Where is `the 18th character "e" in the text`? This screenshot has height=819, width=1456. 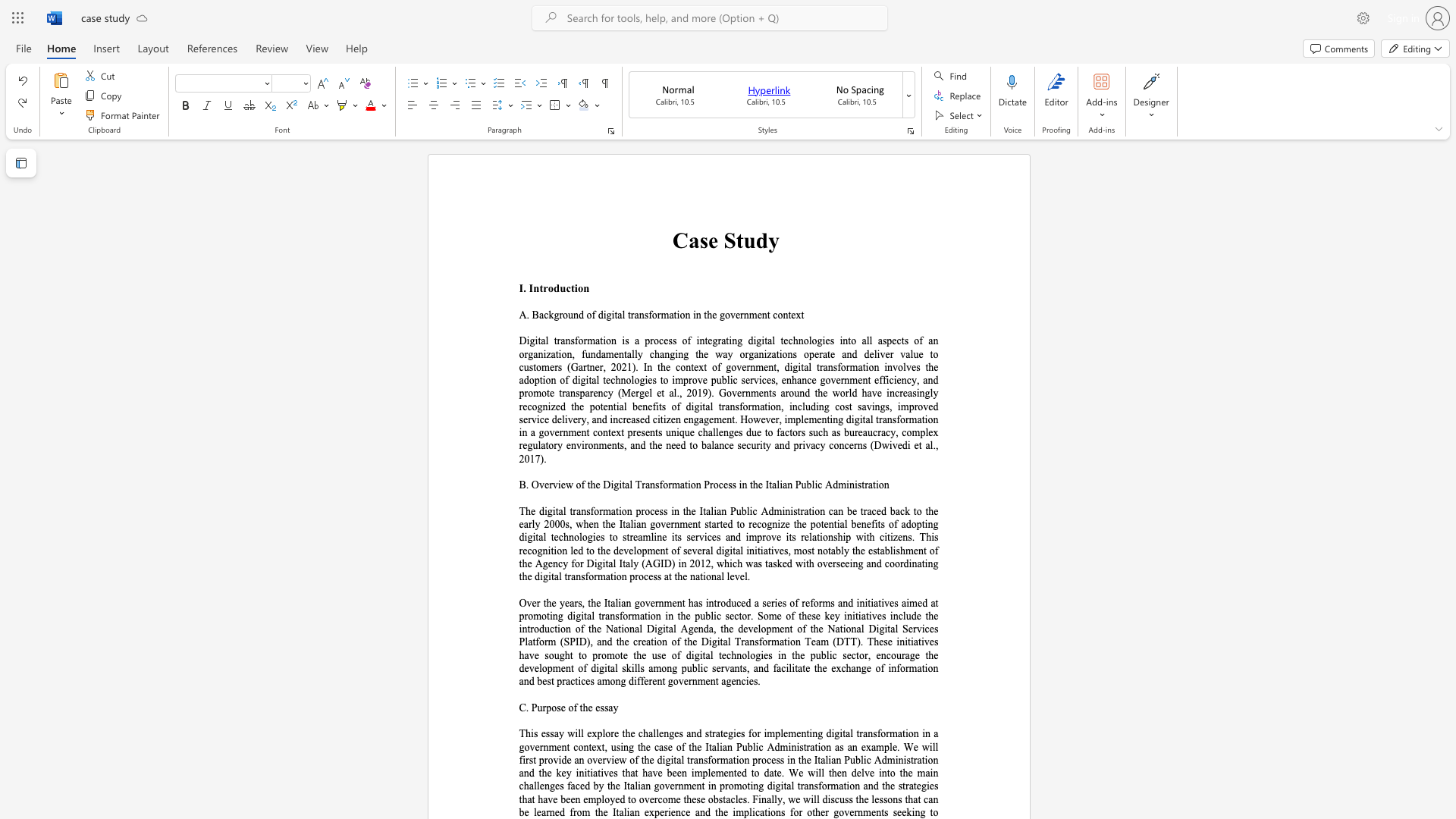 the 18th character "e" in the text is located at coordinates (895, 746).